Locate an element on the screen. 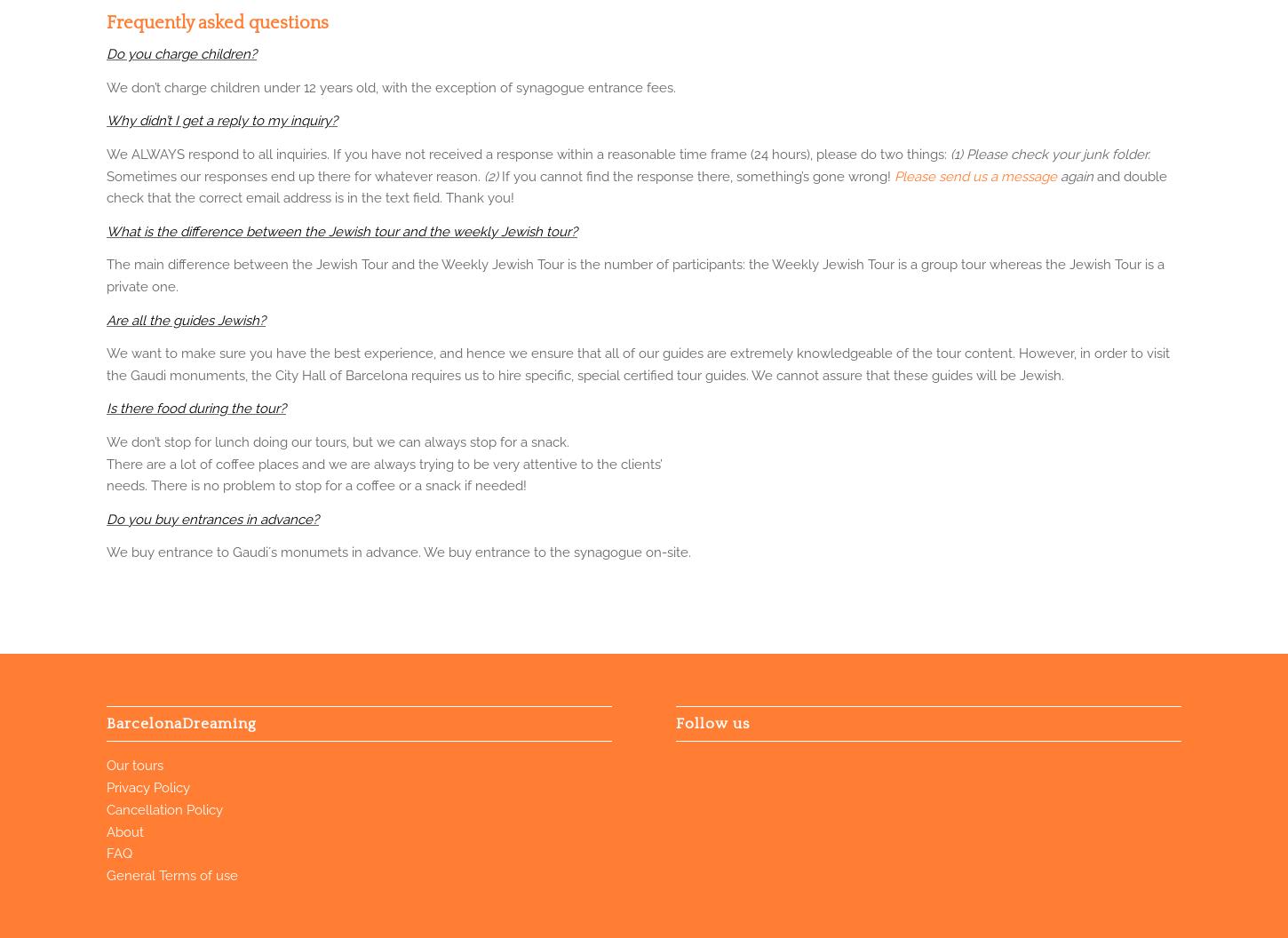  '(1) Please check your junk folder.' is located at coordinates (1049, 153).